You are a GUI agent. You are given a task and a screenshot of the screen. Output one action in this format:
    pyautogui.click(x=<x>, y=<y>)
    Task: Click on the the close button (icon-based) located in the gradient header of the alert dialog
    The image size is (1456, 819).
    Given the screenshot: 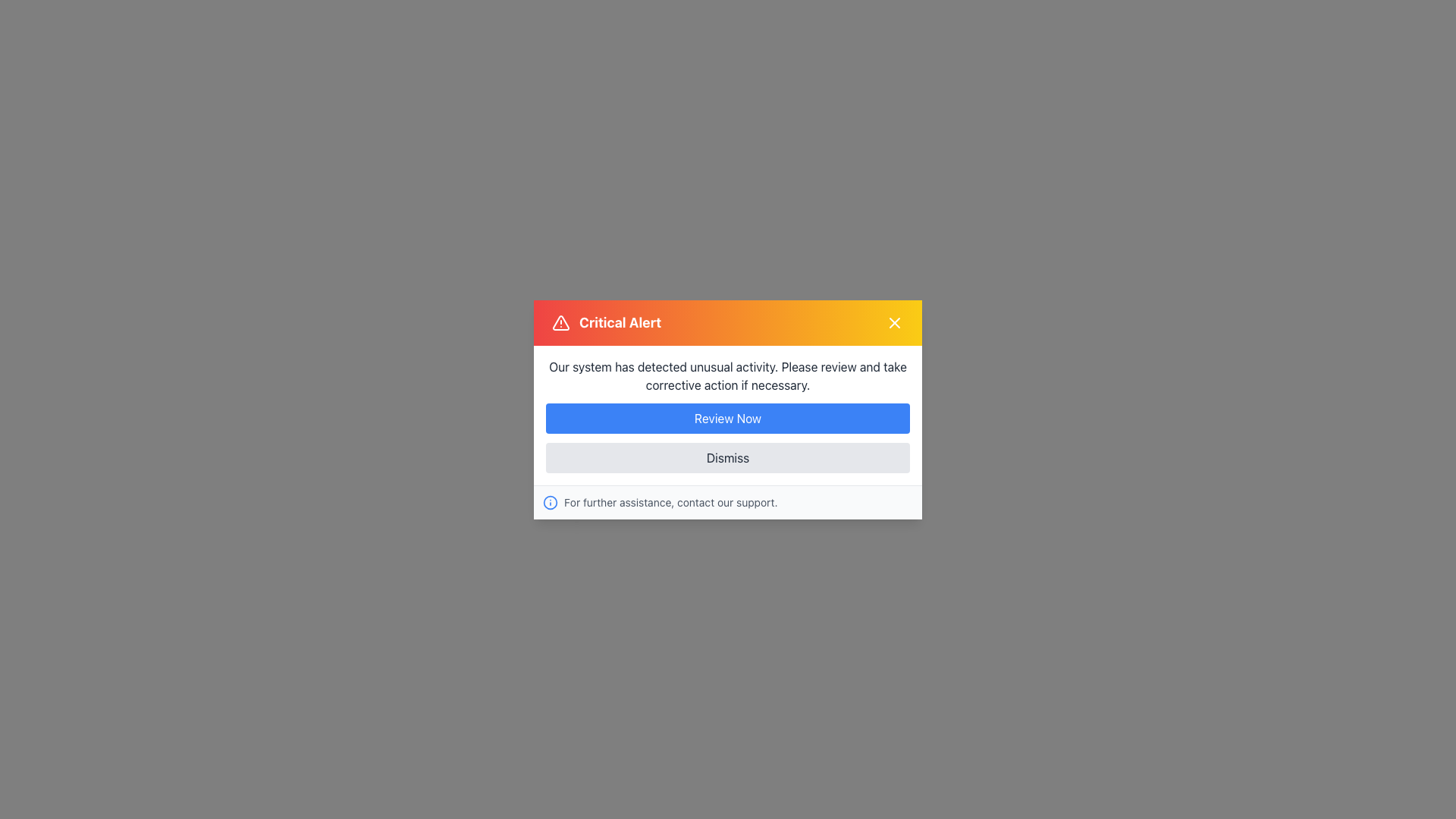 What is the action you would take?
    pyautogui.click(x=895, y=321)
    